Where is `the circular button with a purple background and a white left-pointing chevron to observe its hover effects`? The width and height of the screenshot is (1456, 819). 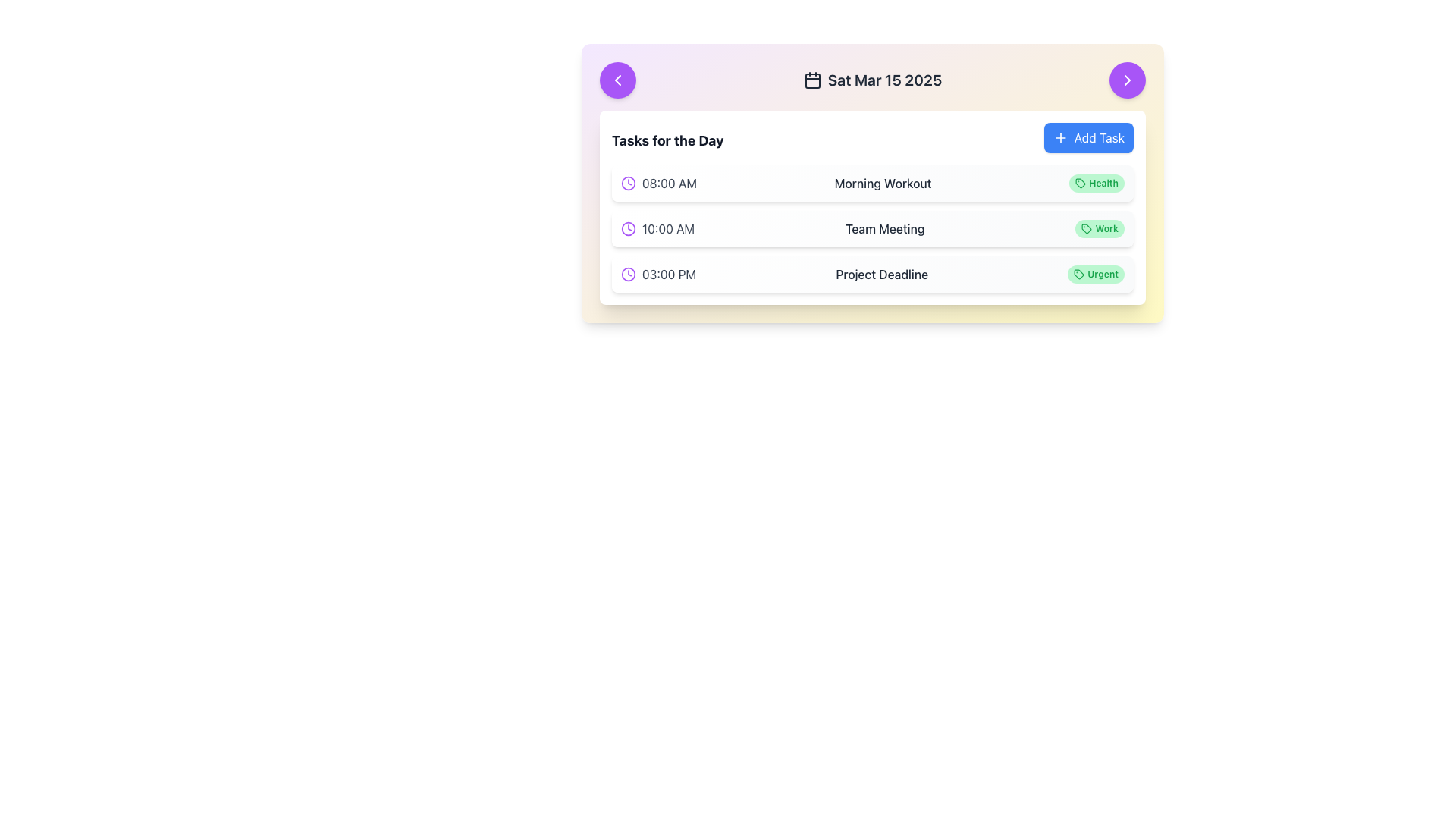
the circular button with a purple background and a white left-pointing chevron to observe its hover effects is located at coordinates (618, 80).